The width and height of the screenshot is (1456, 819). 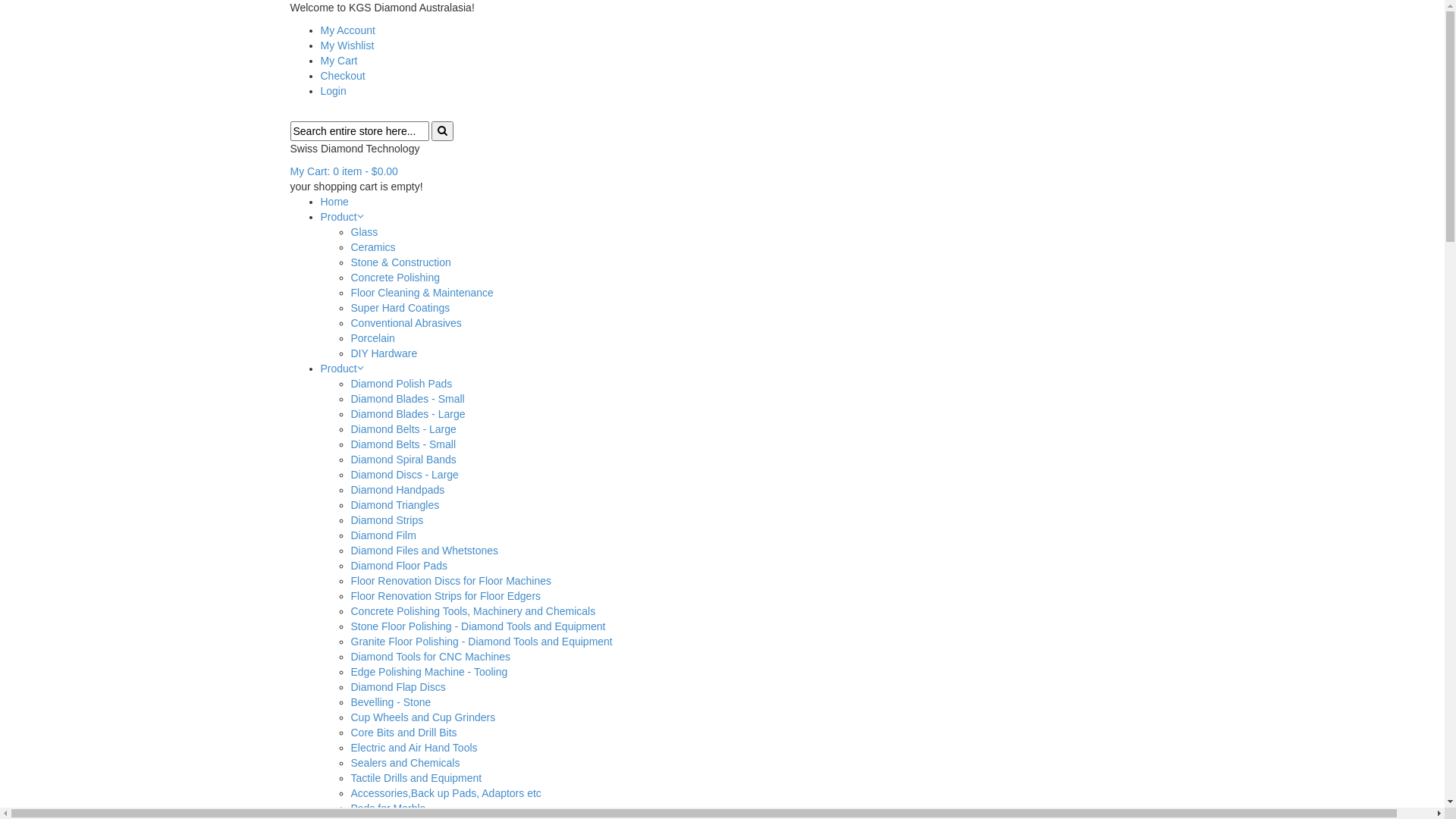 What do you see at coordinates (480, 641) in the screenshot?
I see `'Granite Floor Polishing - Diamond Tools and Equipment'` at bounding box center [480, 641].